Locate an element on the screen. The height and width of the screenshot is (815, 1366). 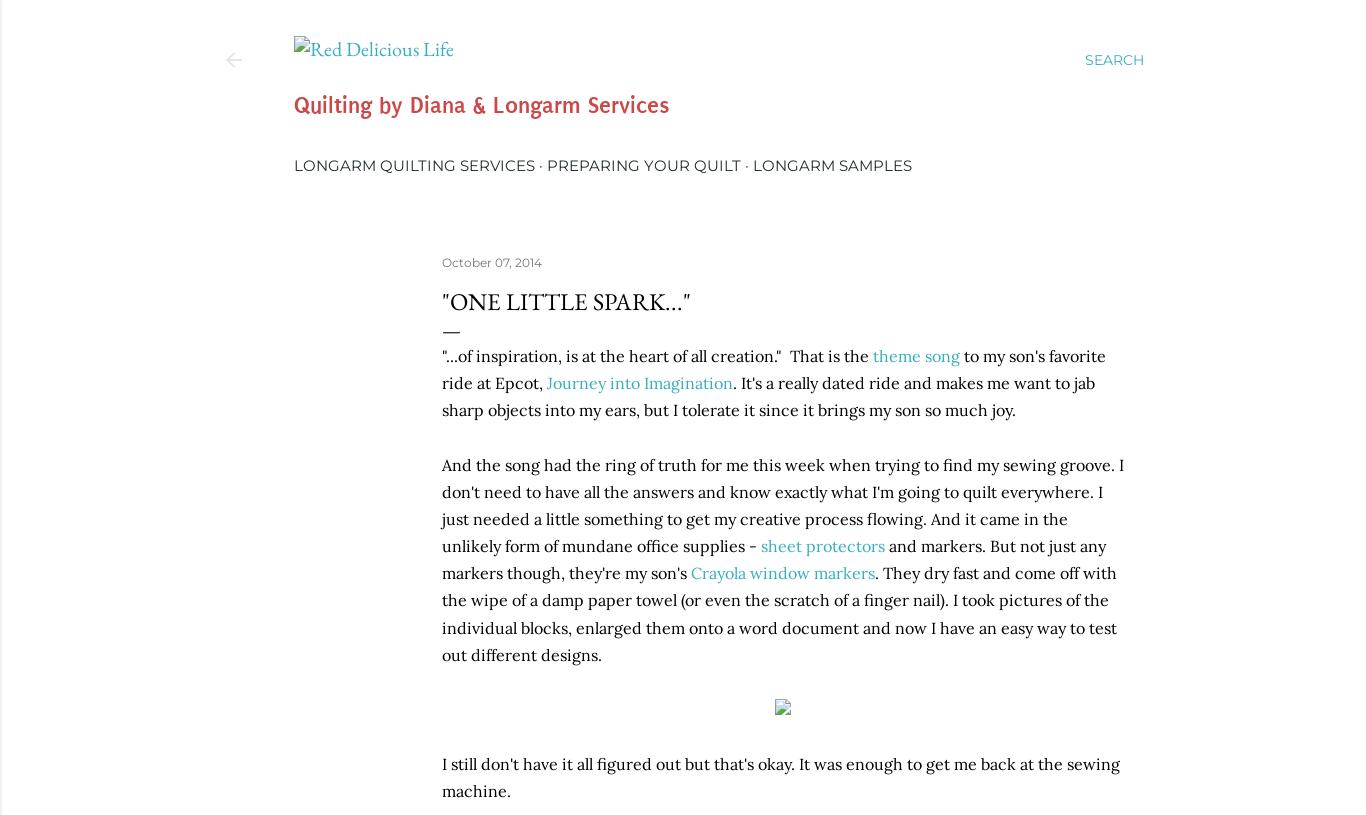
'Tutorials, Tips & Tricks' is located at coordinates (667, 194).